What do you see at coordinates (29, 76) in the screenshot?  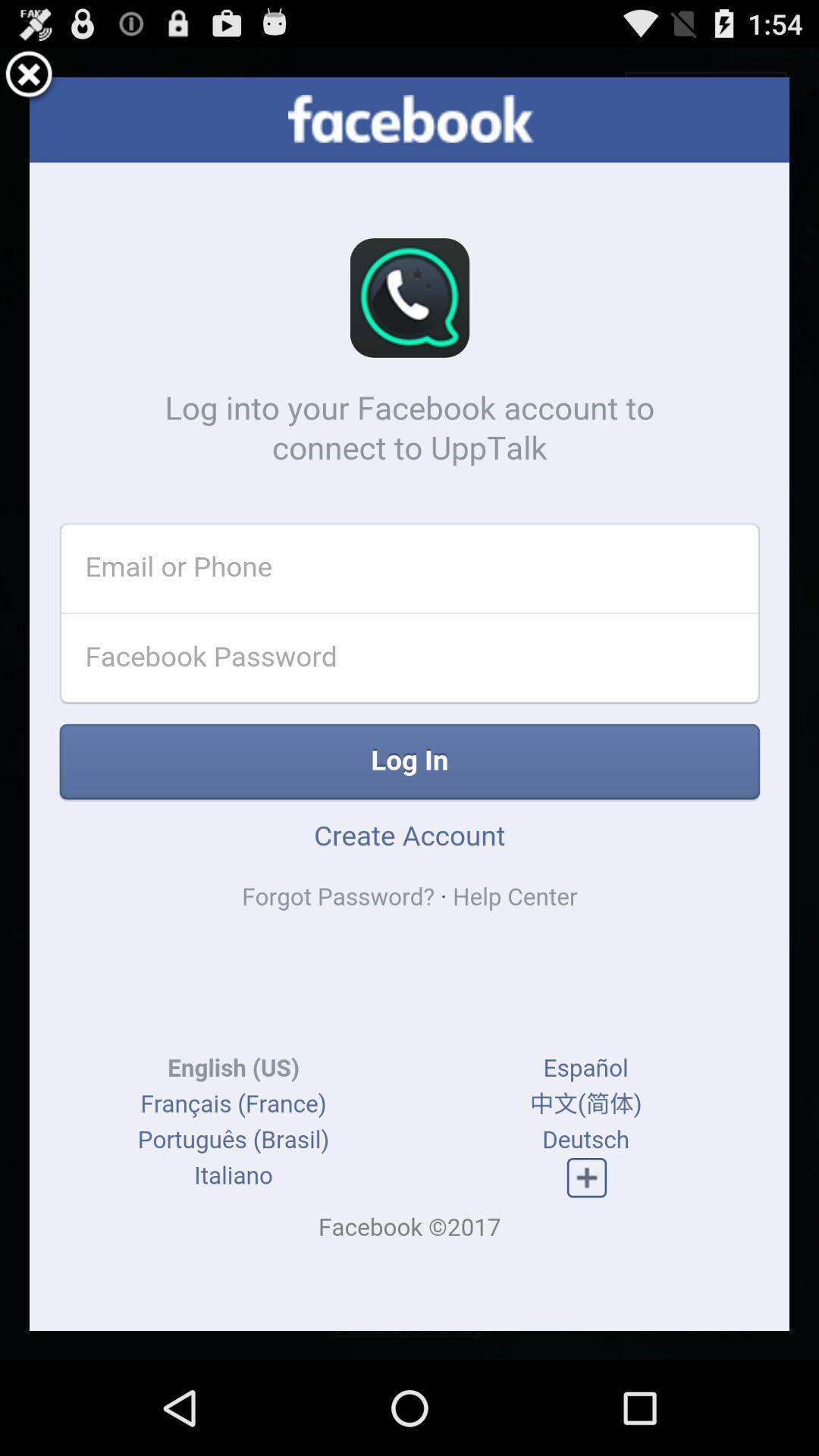 I see `facebook window` at bounding box center [29, 76].